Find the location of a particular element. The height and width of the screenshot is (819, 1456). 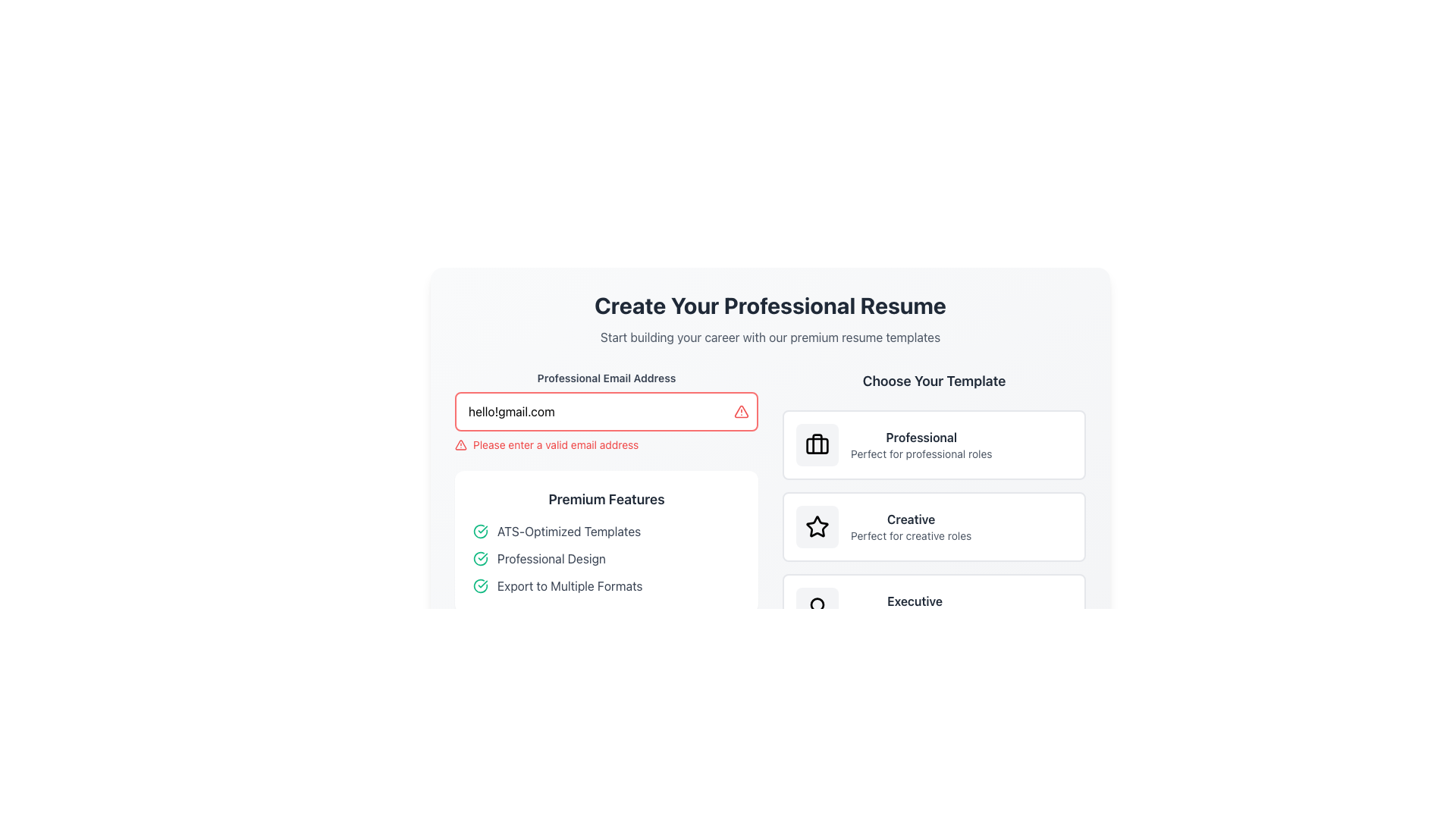

the three selectable cards in the grid layout with the title 'Professional Email Address' and the input field containing 'hello!gmail.com' is located at coordinates (770, 507).